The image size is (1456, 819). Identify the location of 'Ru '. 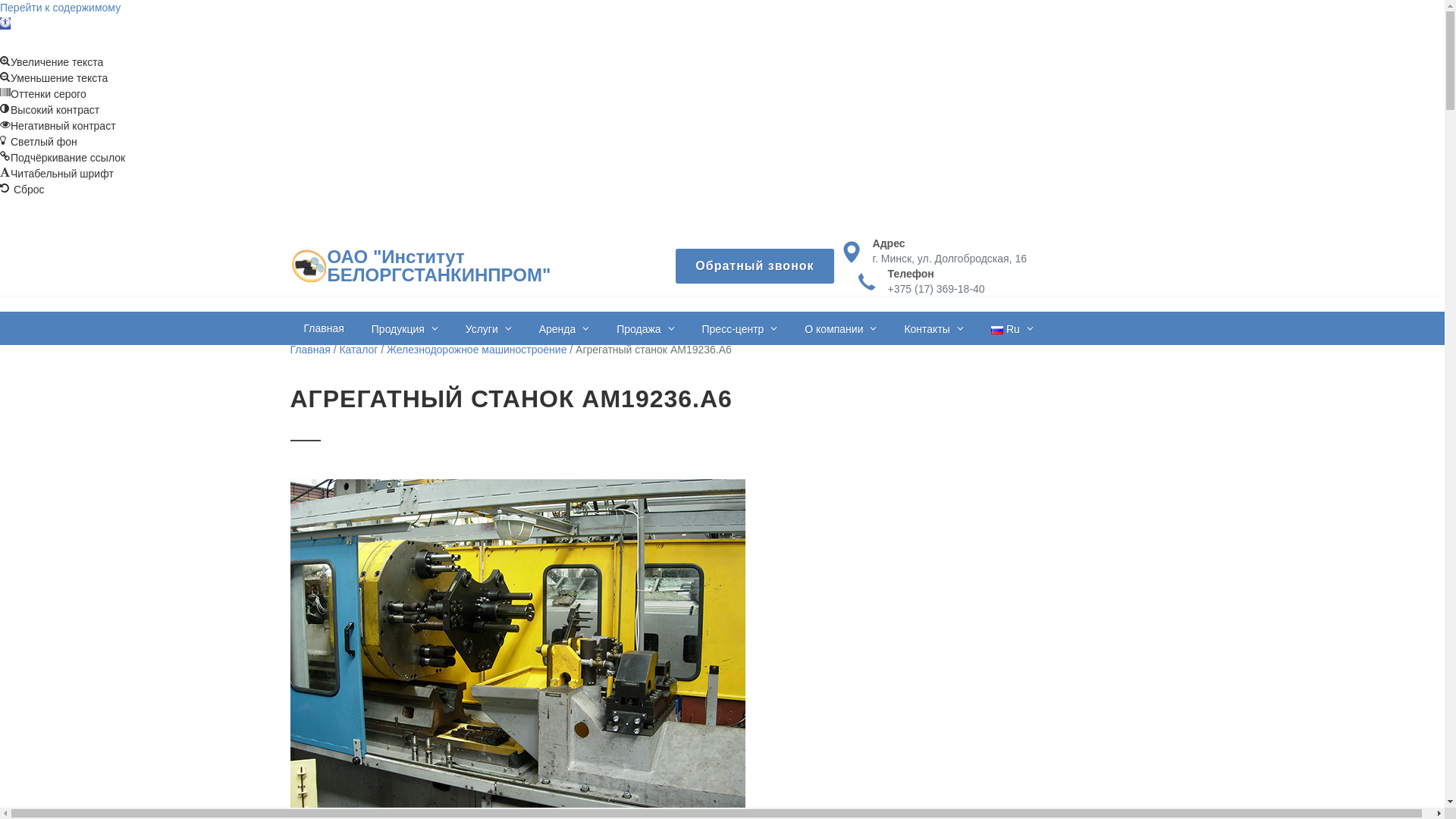
(1012, 327).